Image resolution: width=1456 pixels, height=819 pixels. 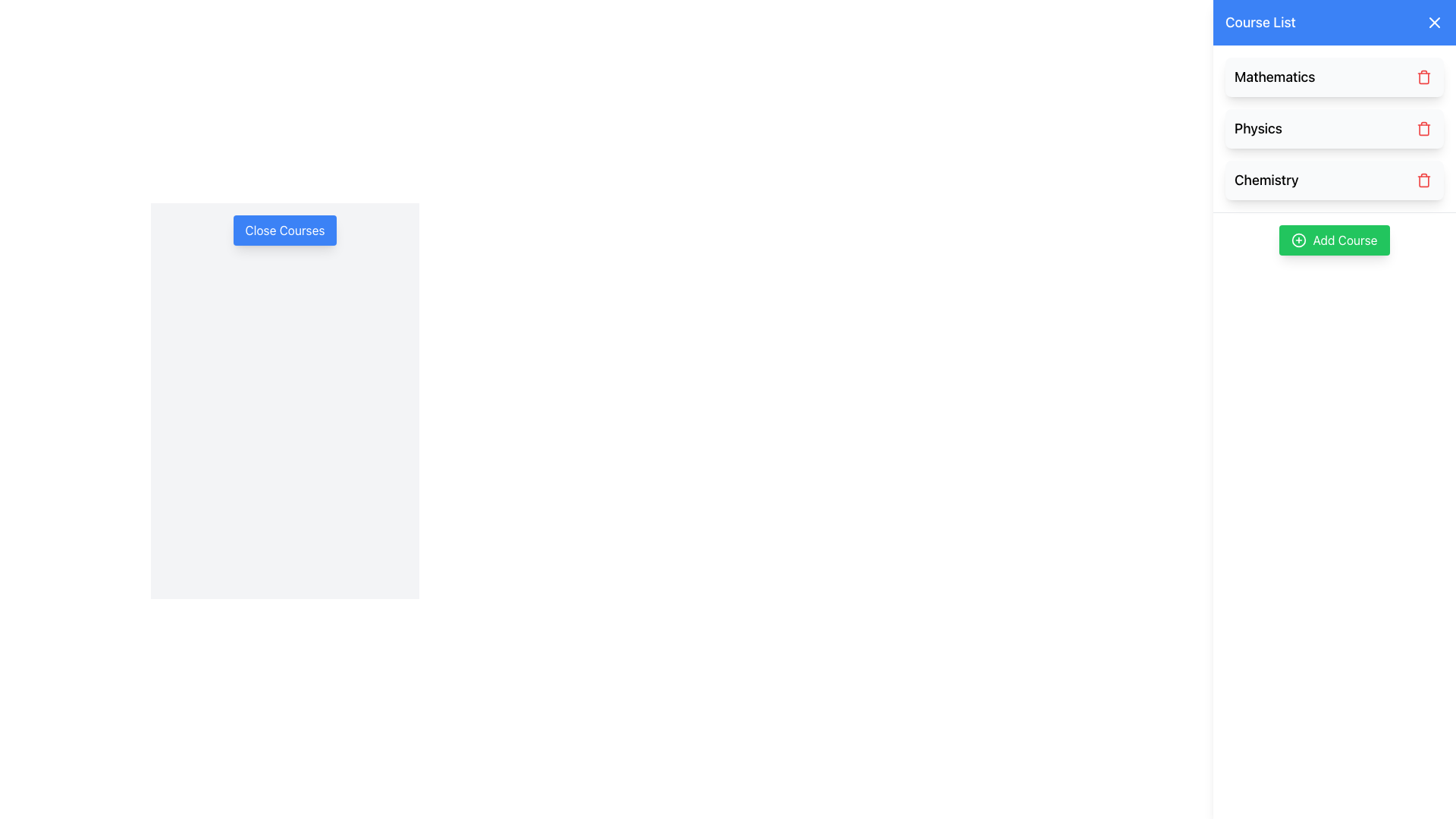 I want to click on the circular green icon with a plus sign that is integrated within the 'Add Course' button, so click(x=1298, y=239).